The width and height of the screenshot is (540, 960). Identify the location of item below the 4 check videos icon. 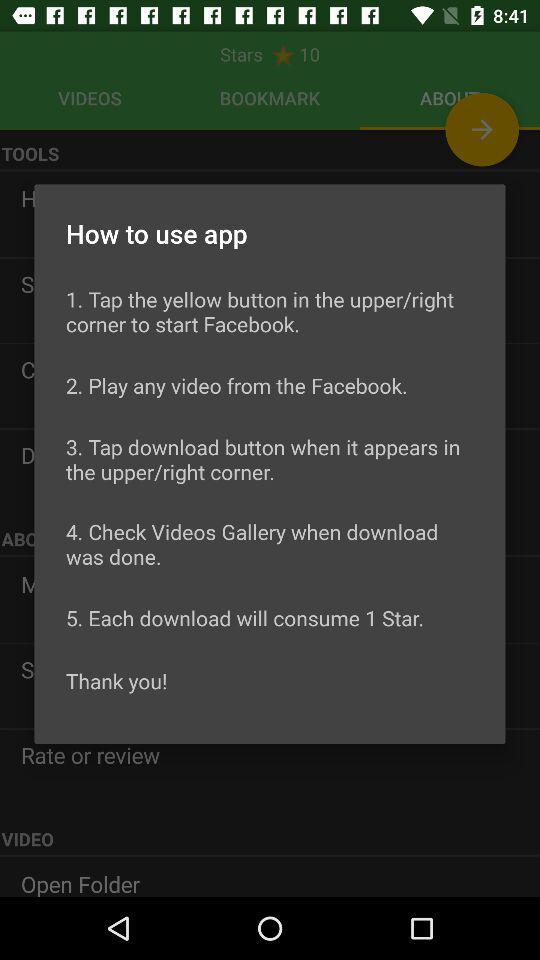
(245, 616).